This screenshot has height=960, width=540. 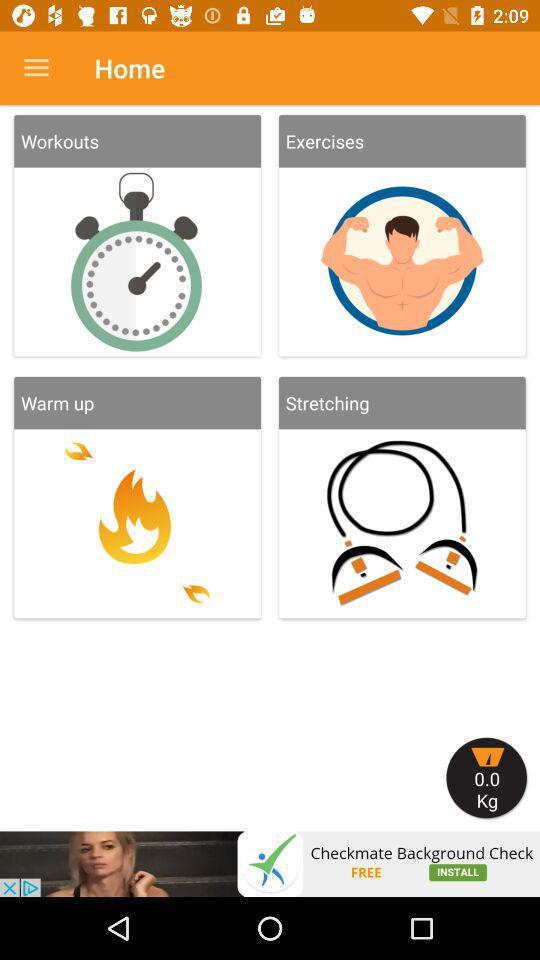 I want to click on advateshment, so click(x=270, y=863).